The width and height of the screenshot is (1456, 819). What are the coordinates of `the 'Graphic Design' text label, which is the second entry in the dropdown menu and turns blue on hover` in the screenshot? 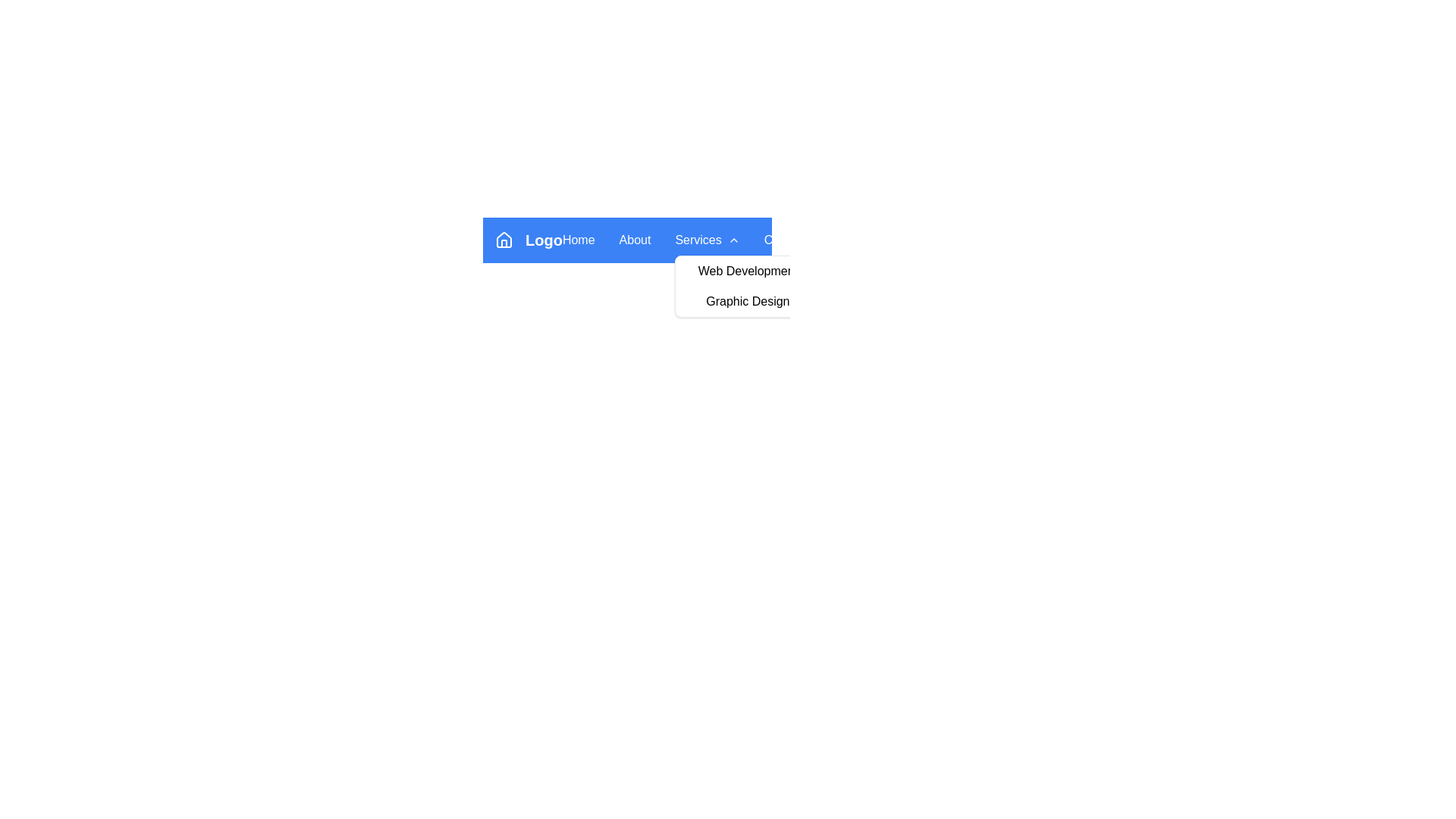 It's located at (748, 301).